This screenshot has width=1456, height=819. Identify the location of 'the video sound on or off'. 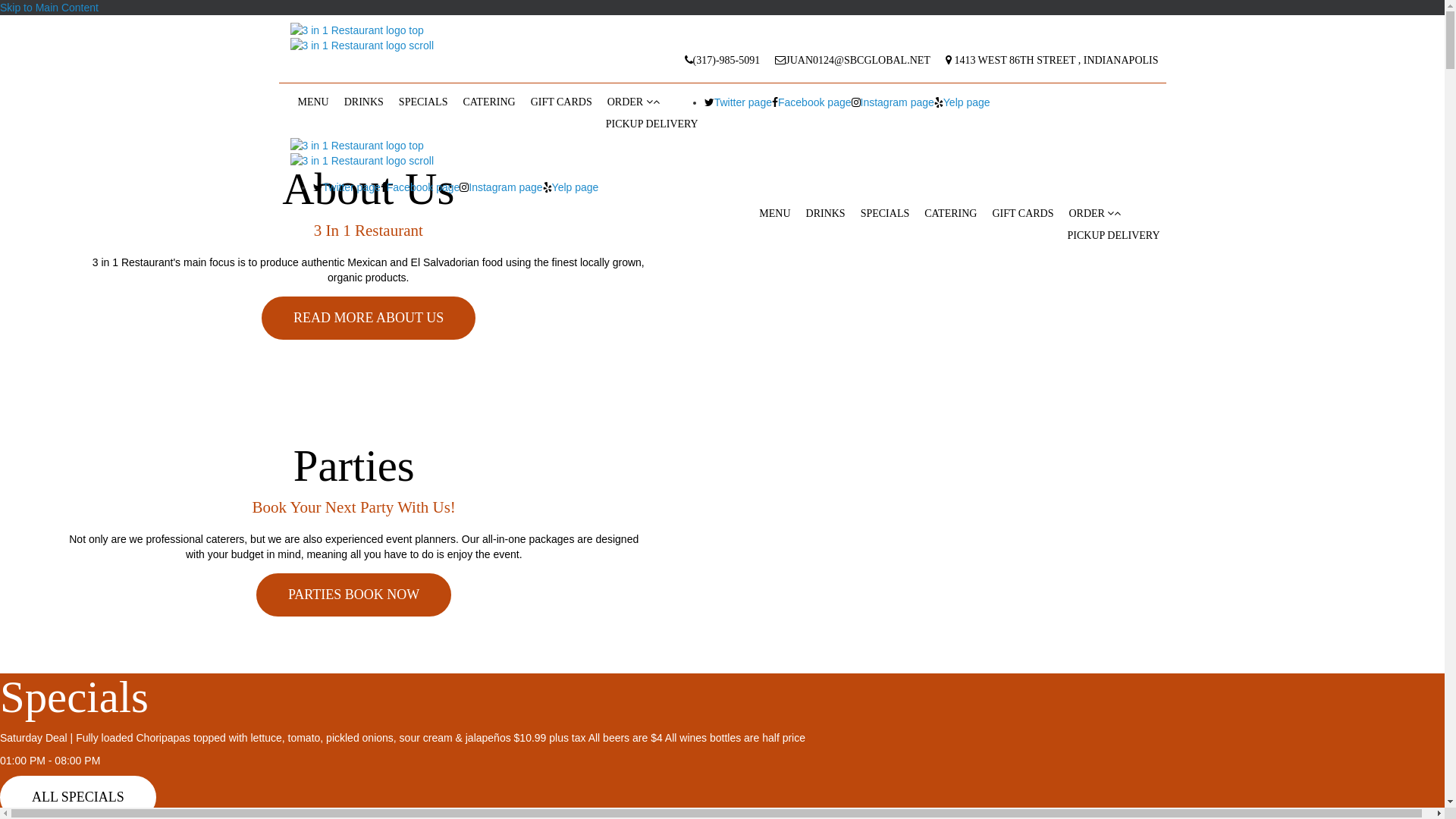
(71, 9).